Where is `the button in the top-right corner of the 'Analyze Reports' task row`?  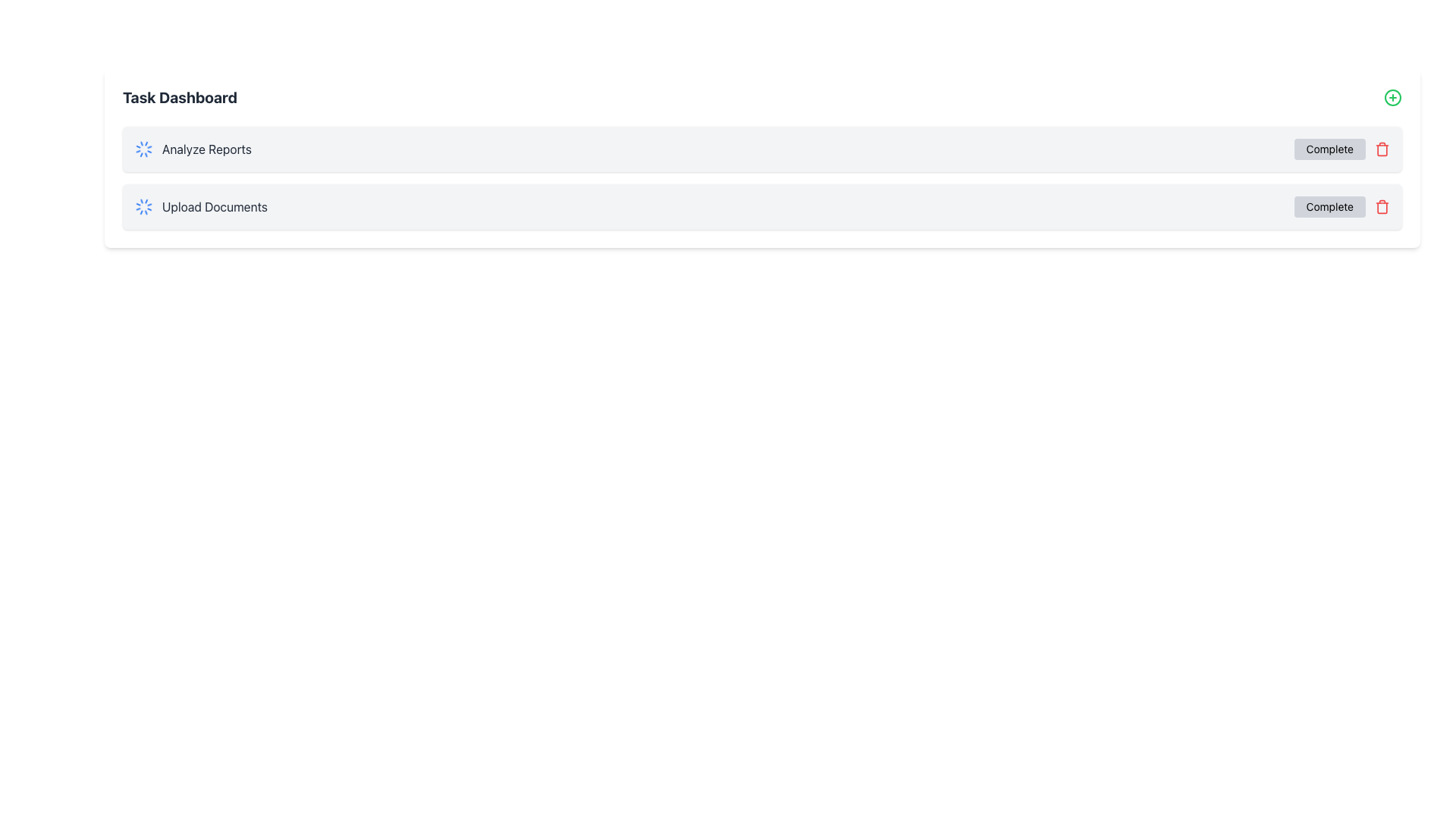
the button in the top-right corner of the 'Analyze Reports' task row is located at coordinates (1329, 149).